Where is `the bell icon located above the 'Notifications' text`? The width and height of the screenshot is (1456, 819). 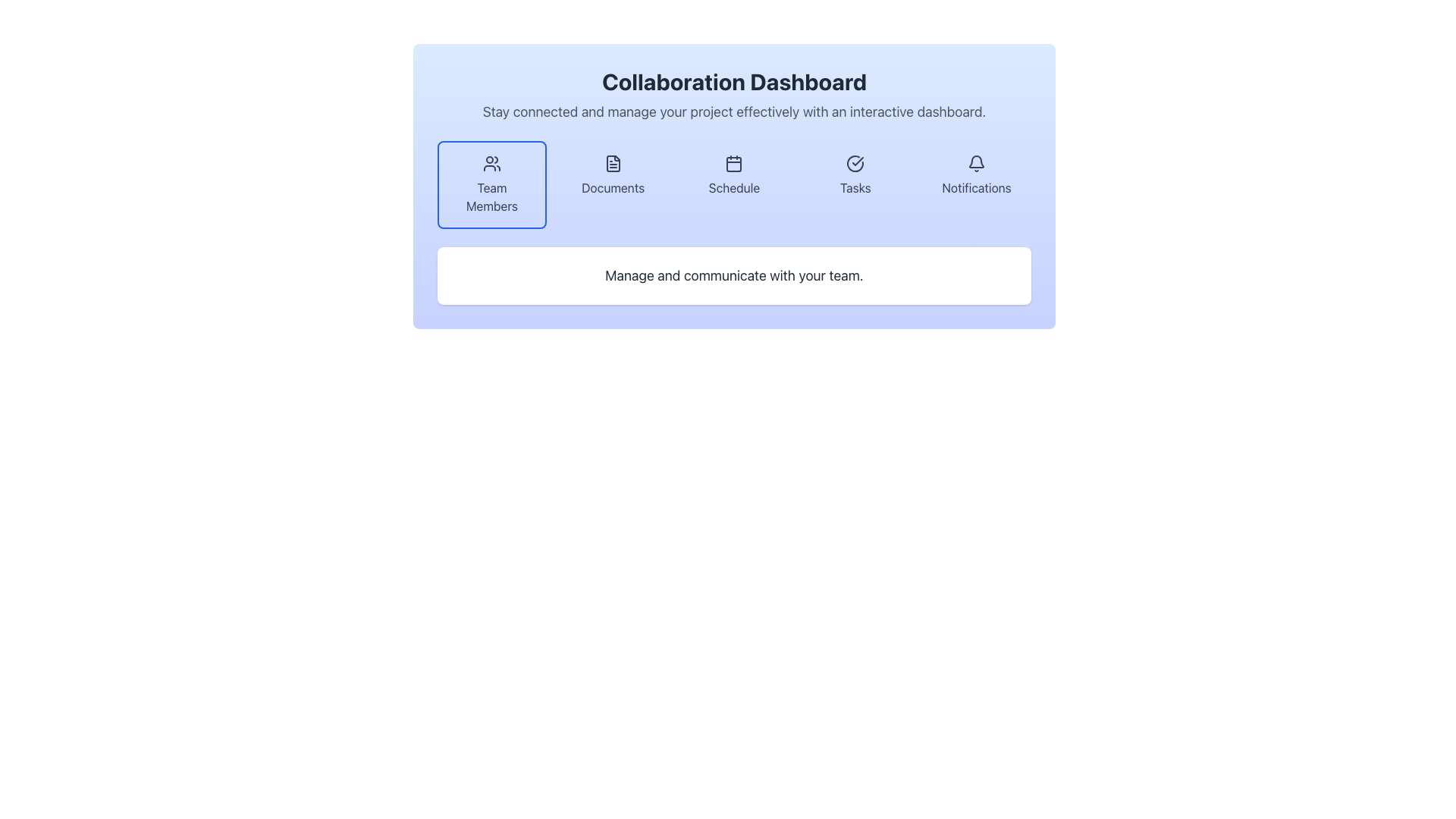
the bell icon located above the 'Notifications' text is located at coordinates (977, 164).